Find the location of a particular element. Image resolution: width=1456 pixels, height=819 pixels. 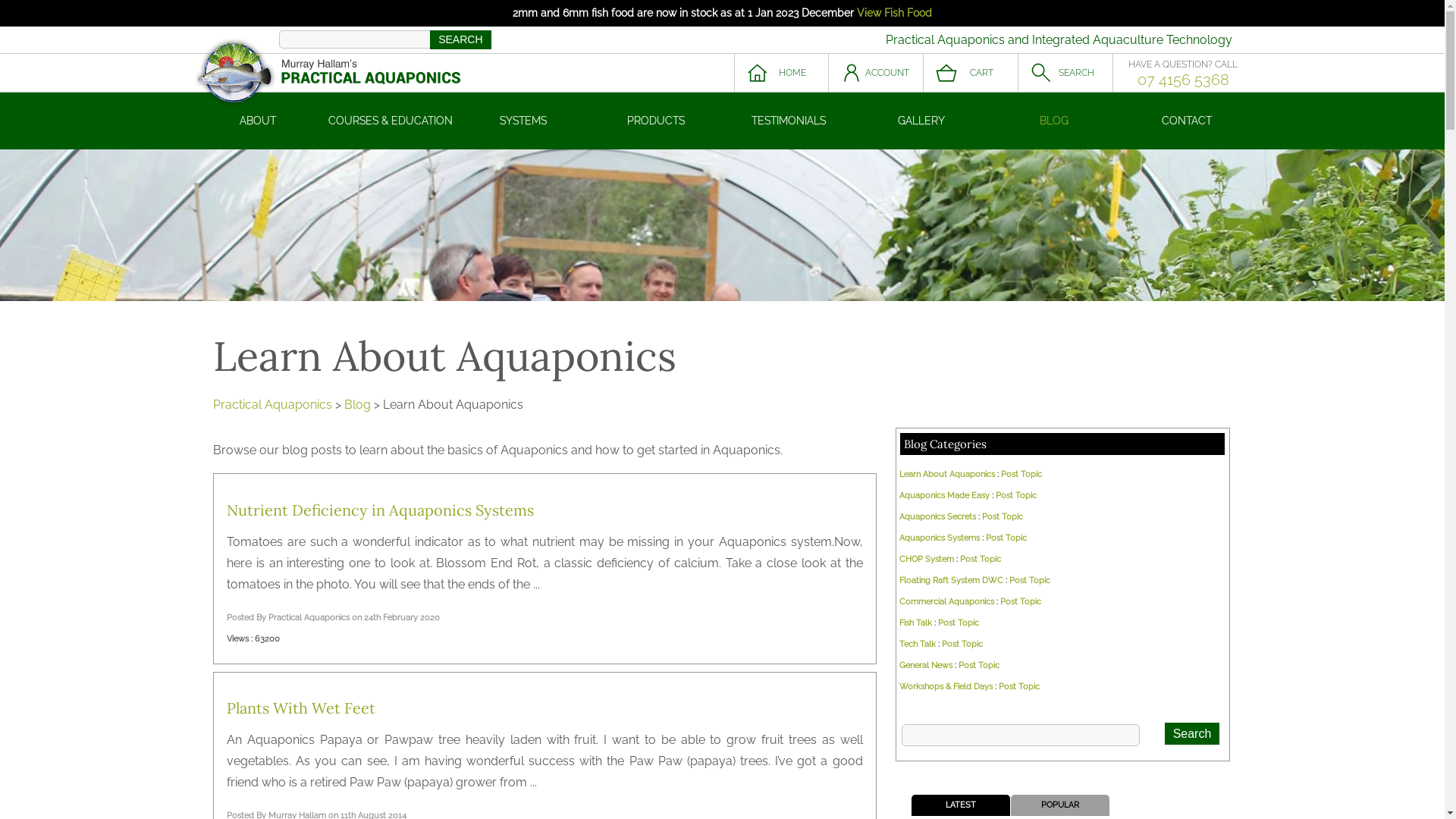

'Post Topic' is located at coordinates (998, 686).